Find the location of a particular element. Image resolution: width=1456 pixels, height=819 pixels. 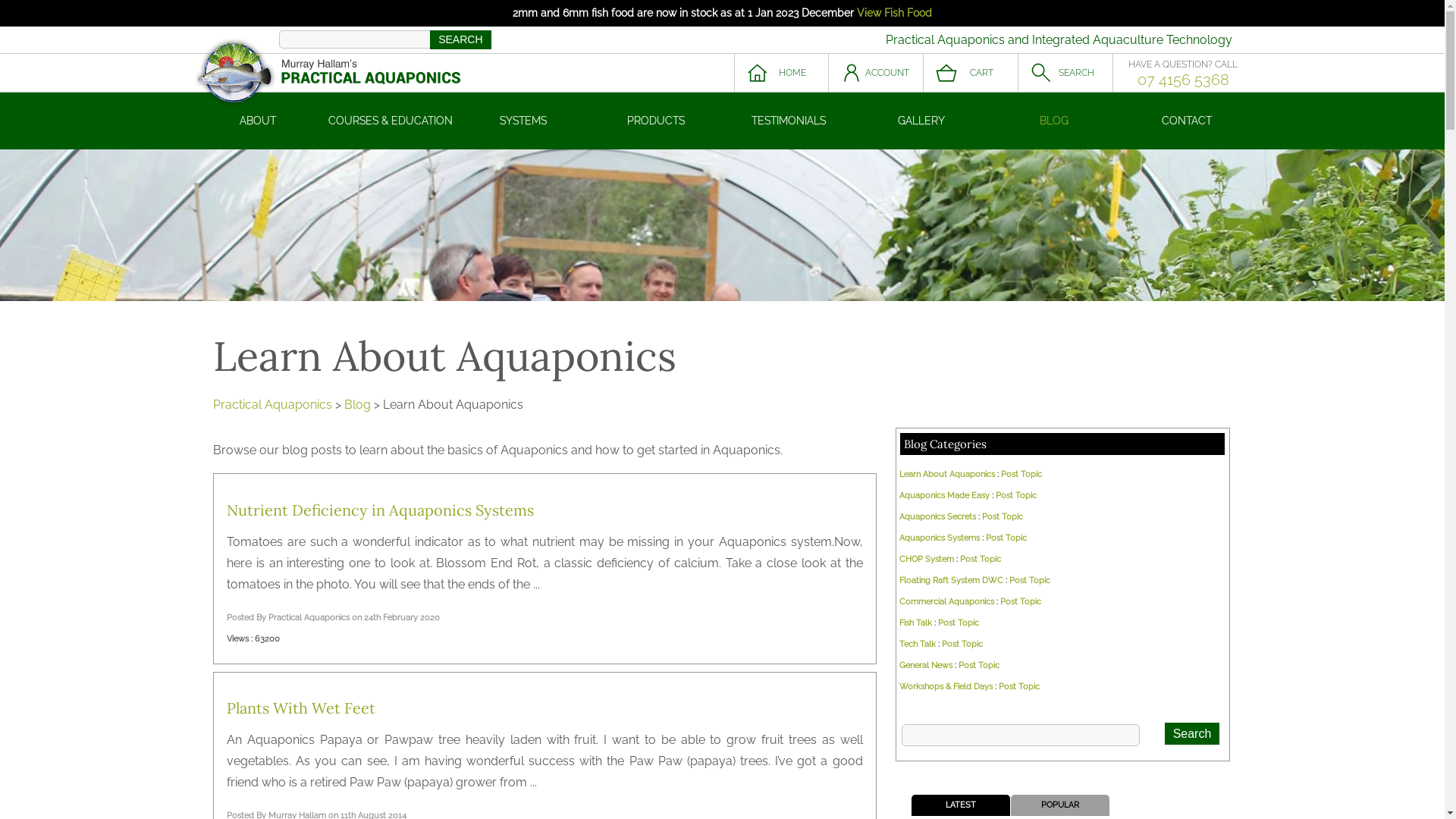

'Post Topic' is located at coordinates (998, 686).